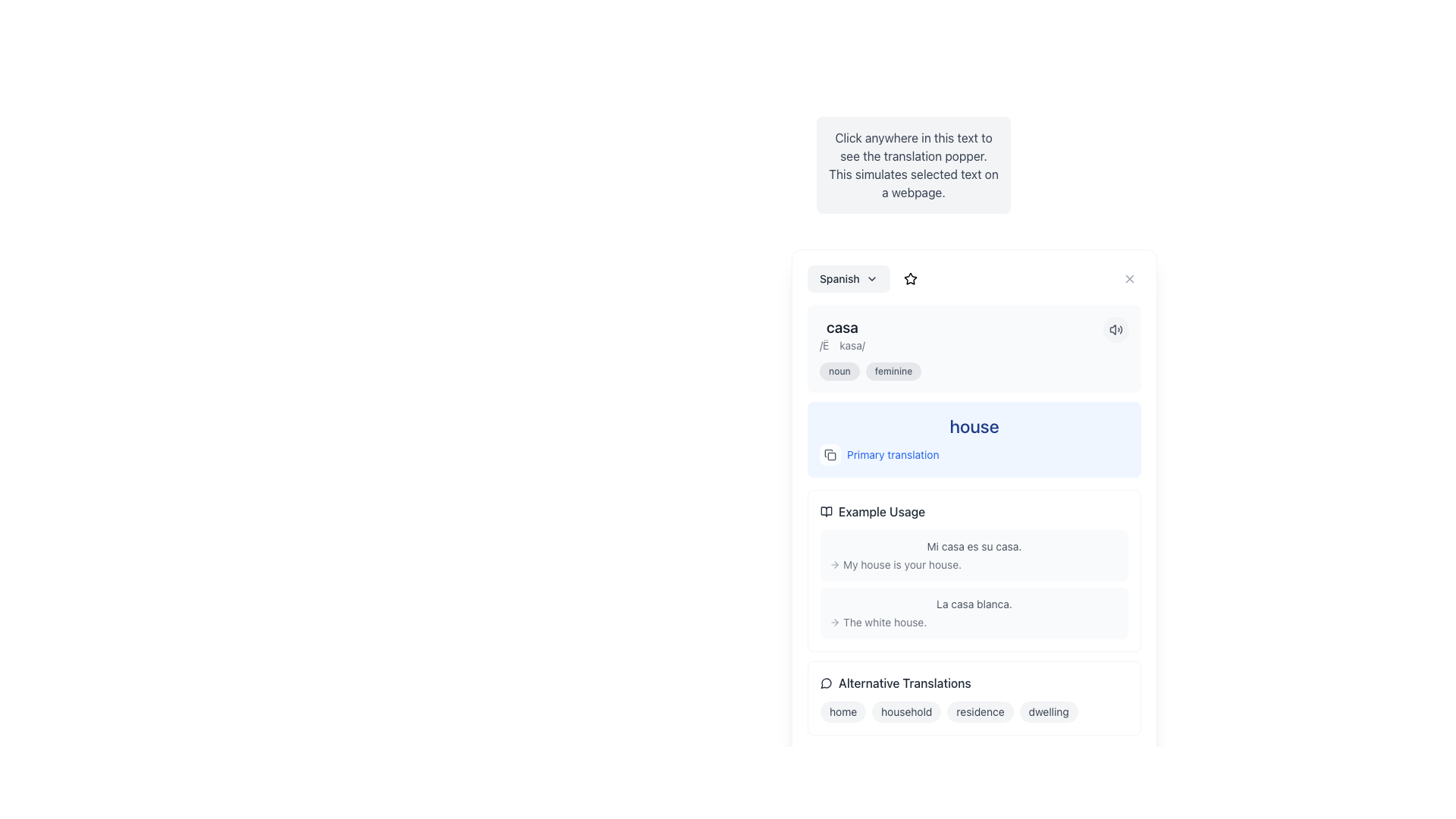 The width and height of the screenshot is (1456, 819). What do you see at coordinates (979, 165) in the screenshot?
I see `the Instructional text box that has a light gray background and contains centered dark gray text stating: 'Click anywhere in this text` at bounding box center [979, 165].